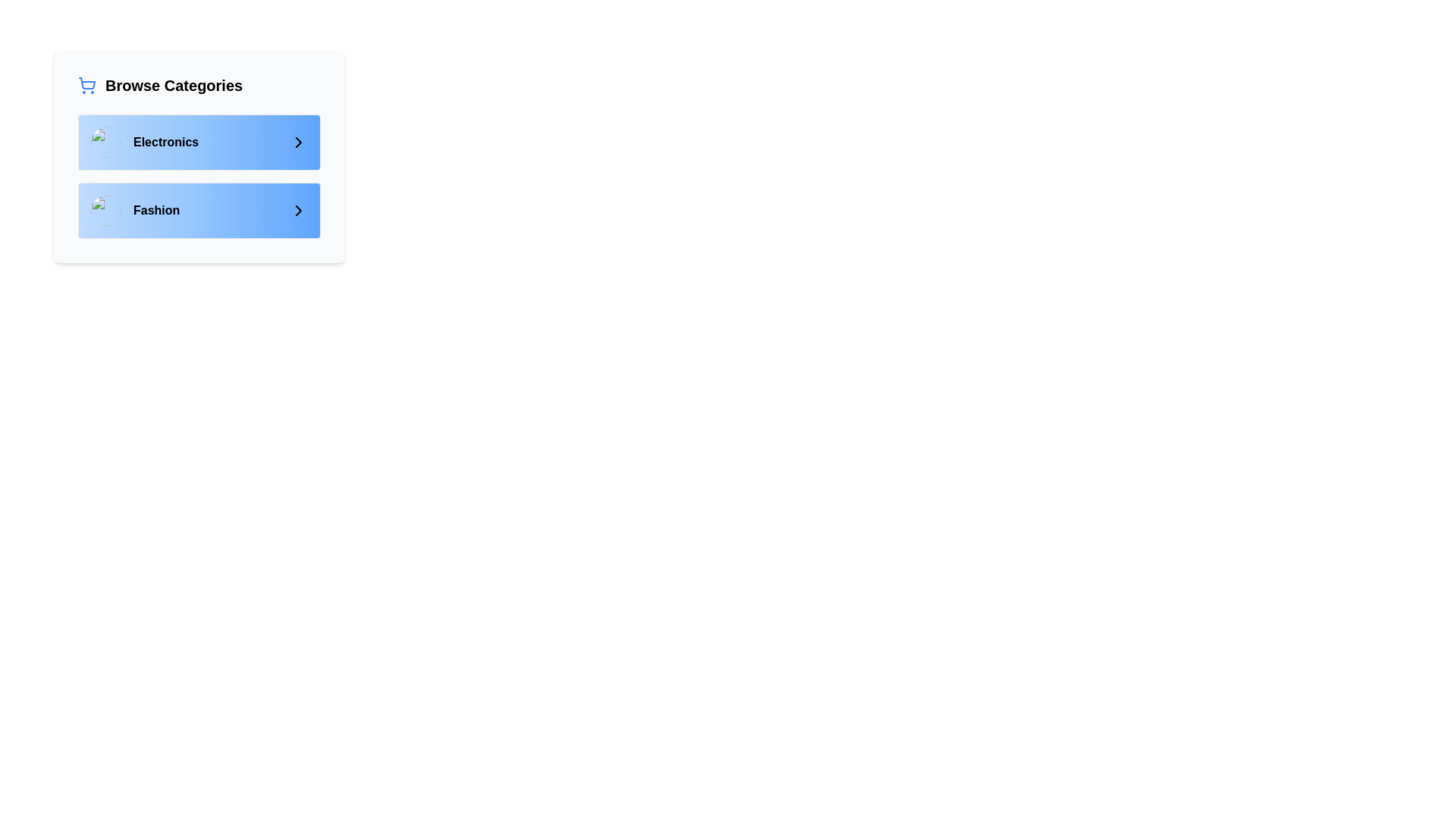 The width and height of the screenshot is (1456, 819). I want to click on the first item in the 'Browse Categories' panel, so click(199, 143).